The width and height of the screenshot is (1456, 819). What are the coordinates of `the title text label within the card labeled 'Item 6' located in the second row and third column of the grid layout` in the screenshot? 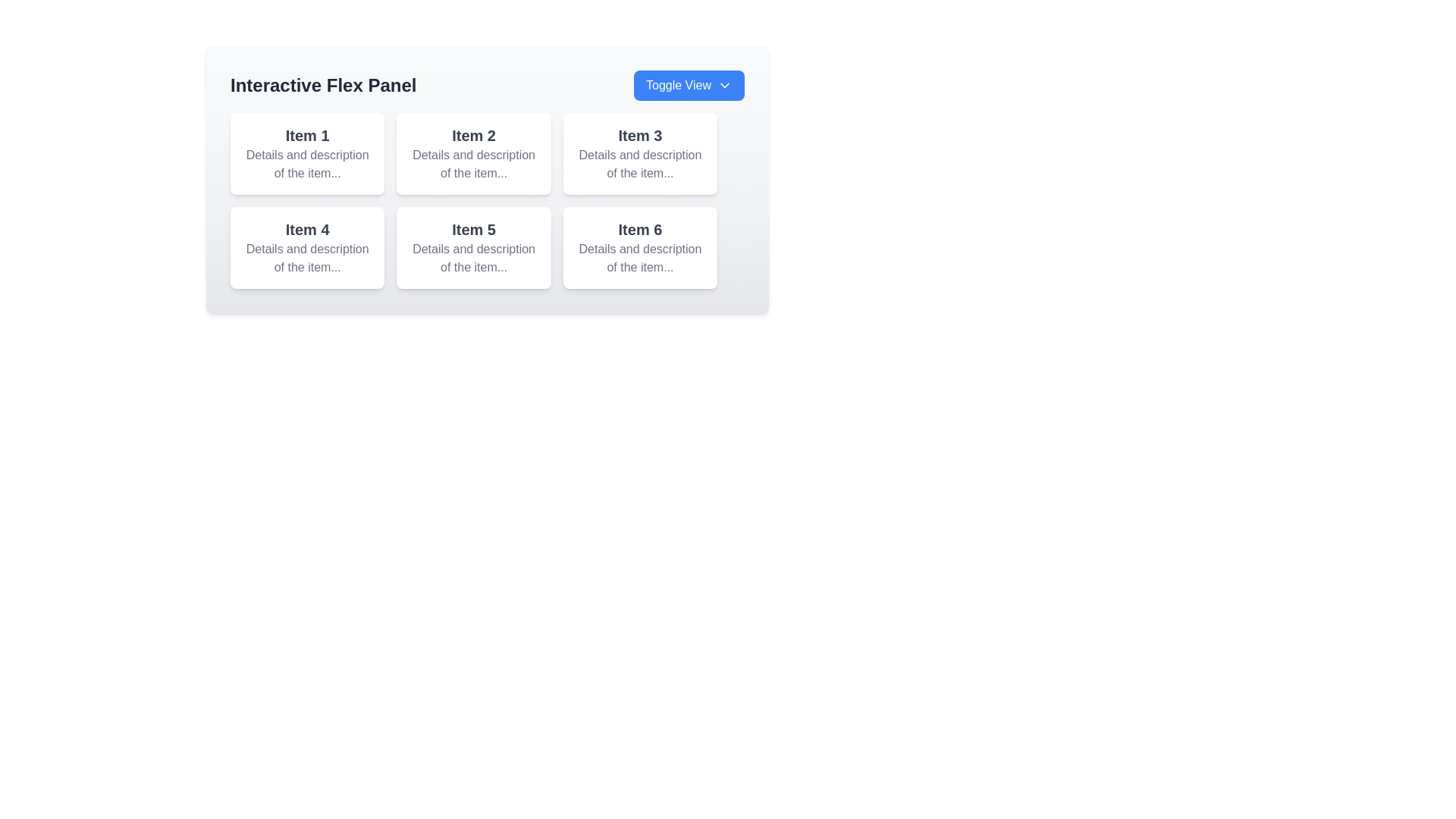 It's located at (640, 230).